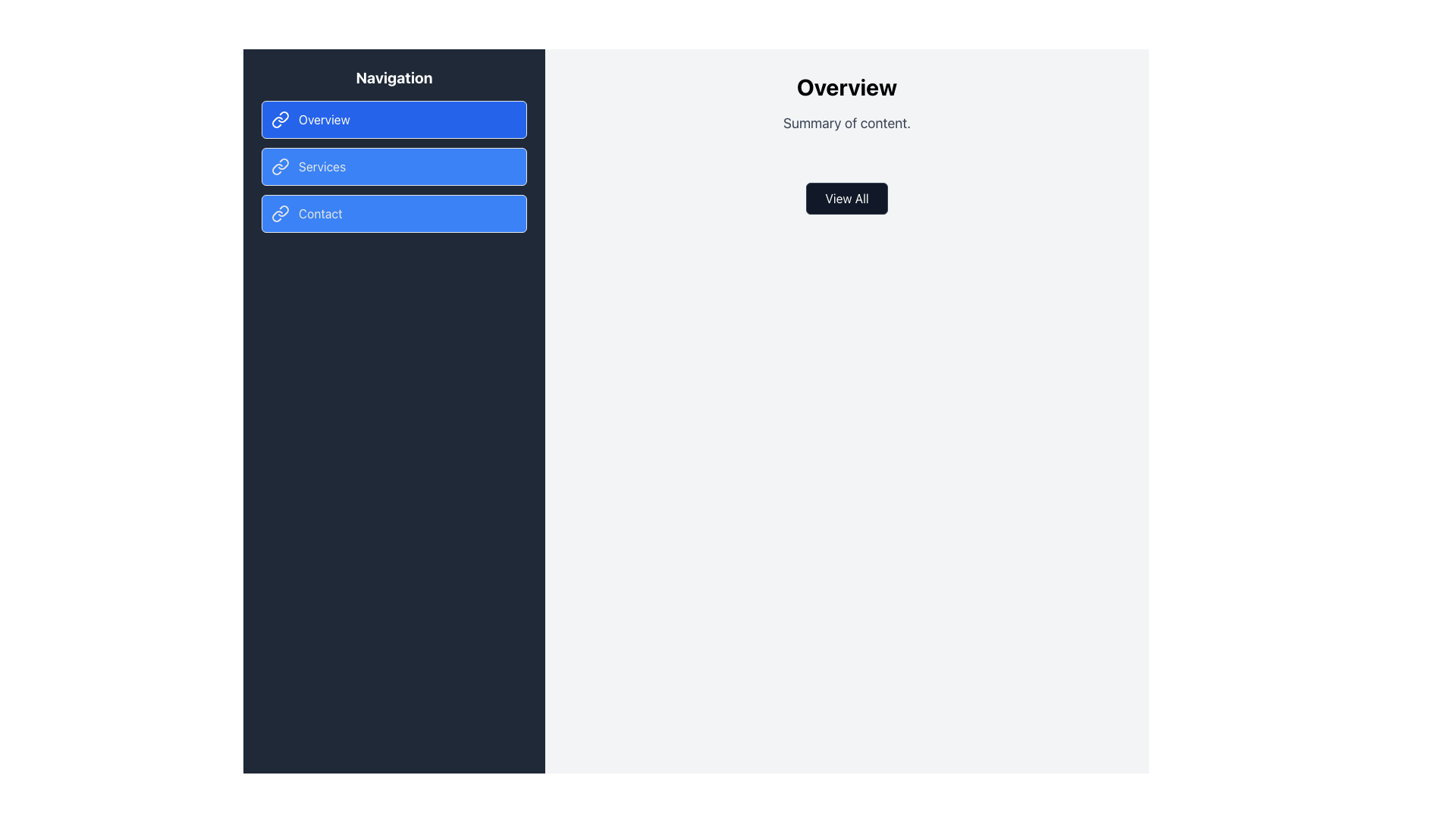  Describe the element at coordinates (846, 198) in the screenshot. I see `the rectangular button with a dark gray background and white text label 'View All' located centrally beneath the title 'Overview'` at that location.